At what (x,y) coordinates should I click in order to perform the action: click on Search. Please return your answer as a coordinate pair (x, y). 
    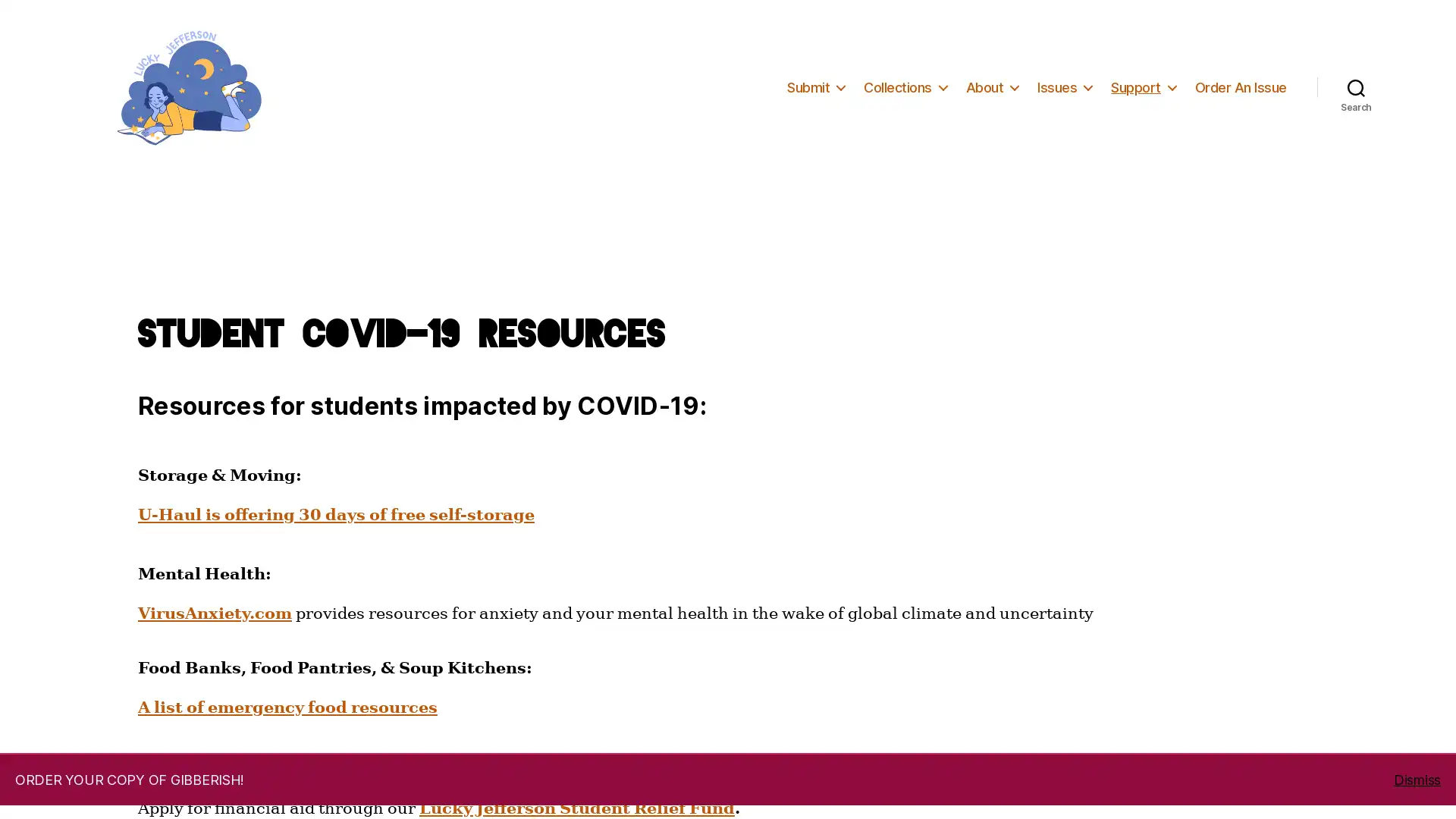
    Looking at the image, I should click on (1356, 87).